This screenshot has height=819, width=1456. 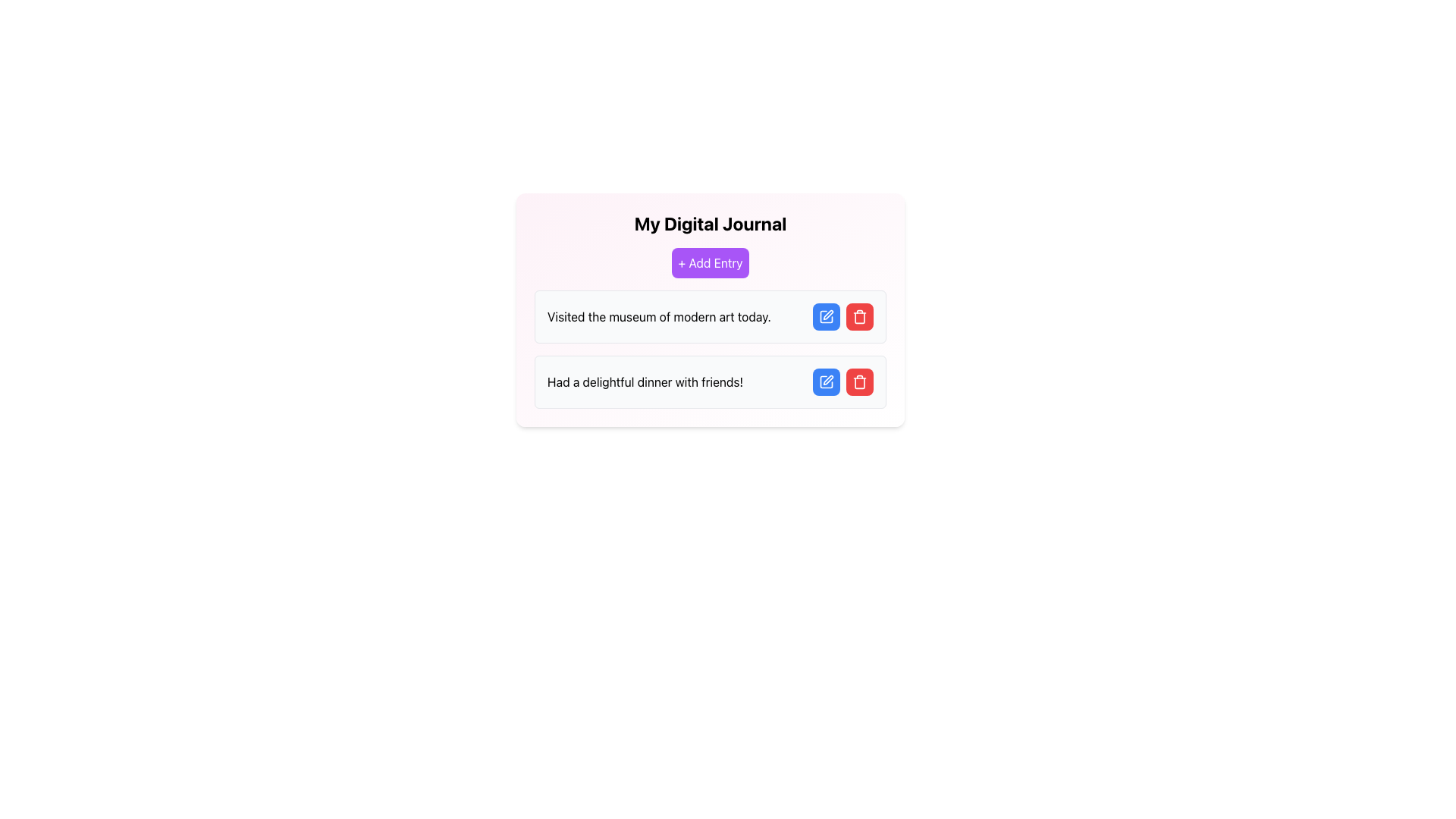 What do you see at coordinates (645, 381) in the screenshot?
I see `the text line reading 'Had a delightful dinner with friends!' in the second journal entry to copy it` at bounding box center [645, 381].